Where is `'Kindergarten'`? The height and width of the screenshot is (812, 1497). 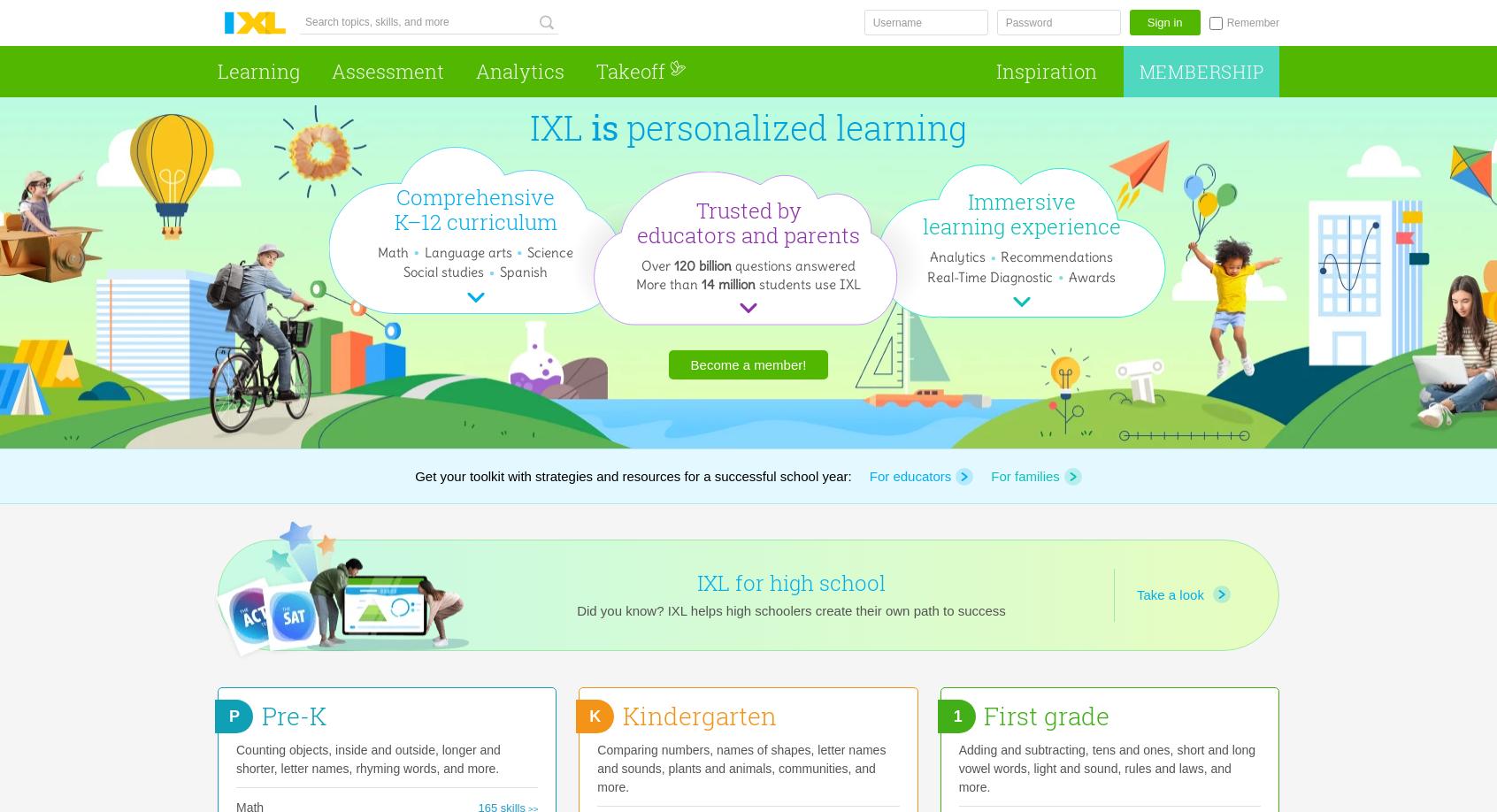
'Kindergarten' is located at coordinates (698, 716).